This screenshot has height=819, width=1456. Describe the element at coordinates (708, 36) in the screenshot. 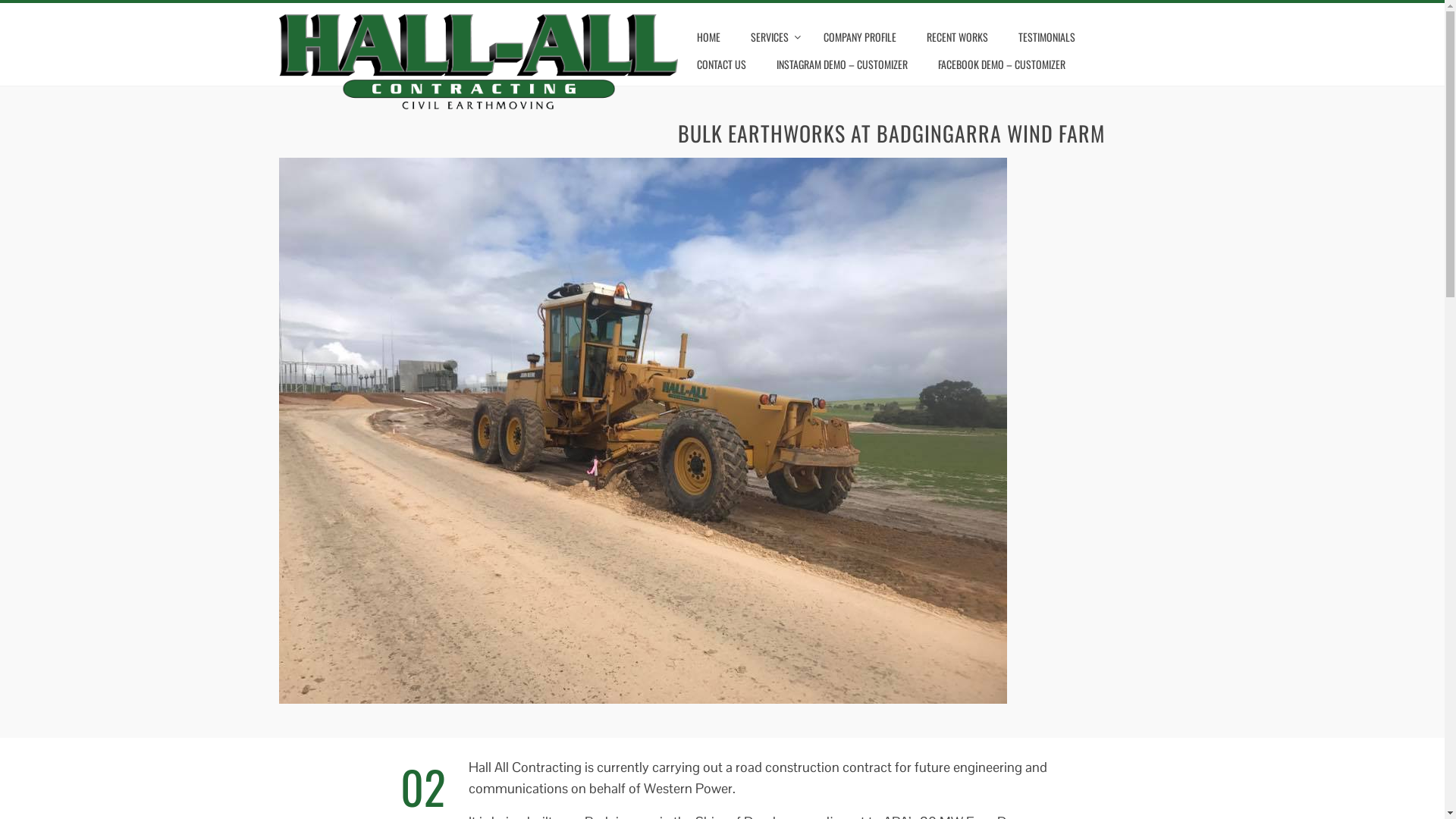

I see `'HOME'` at that location.